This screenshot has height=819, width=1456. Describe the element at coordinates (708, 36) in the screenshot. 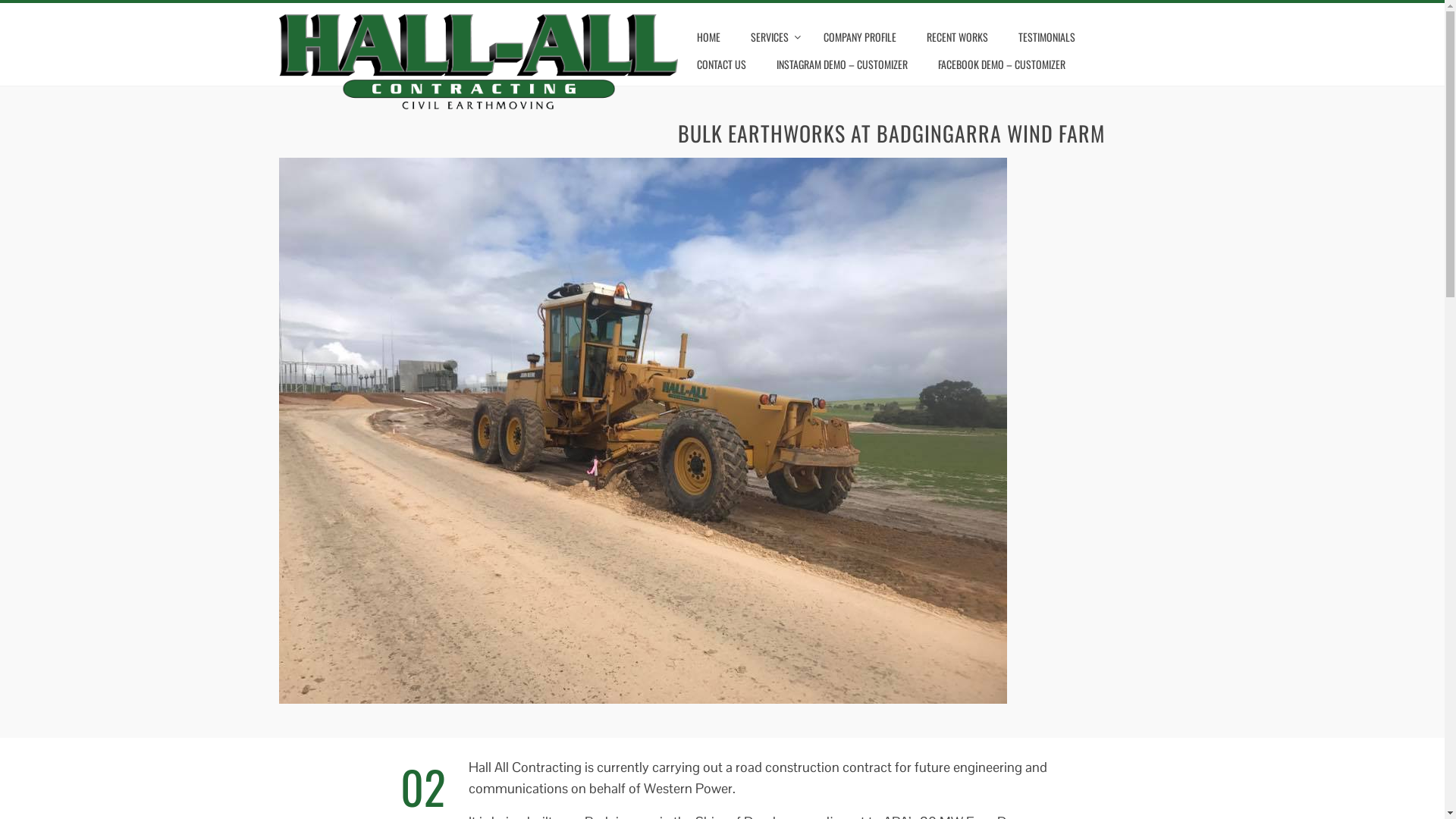

I see `'HOME'` at that location.